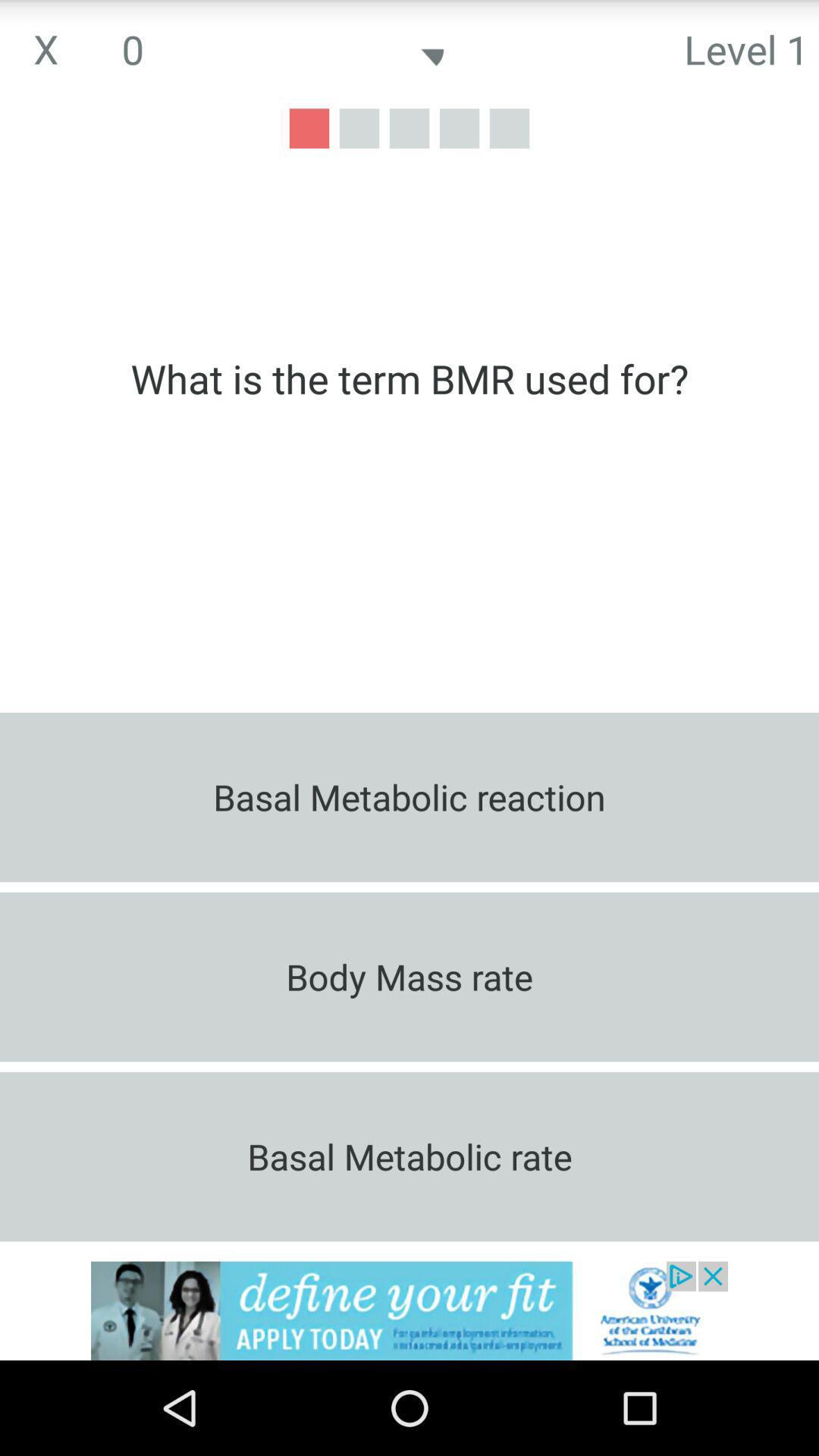 Image resolution: width=819 pixels, height=1456 pixels. What do you see at coordinates (409, 1310) in the screenshot?
I see `open advertisement` at bounding box center [409, 1310].